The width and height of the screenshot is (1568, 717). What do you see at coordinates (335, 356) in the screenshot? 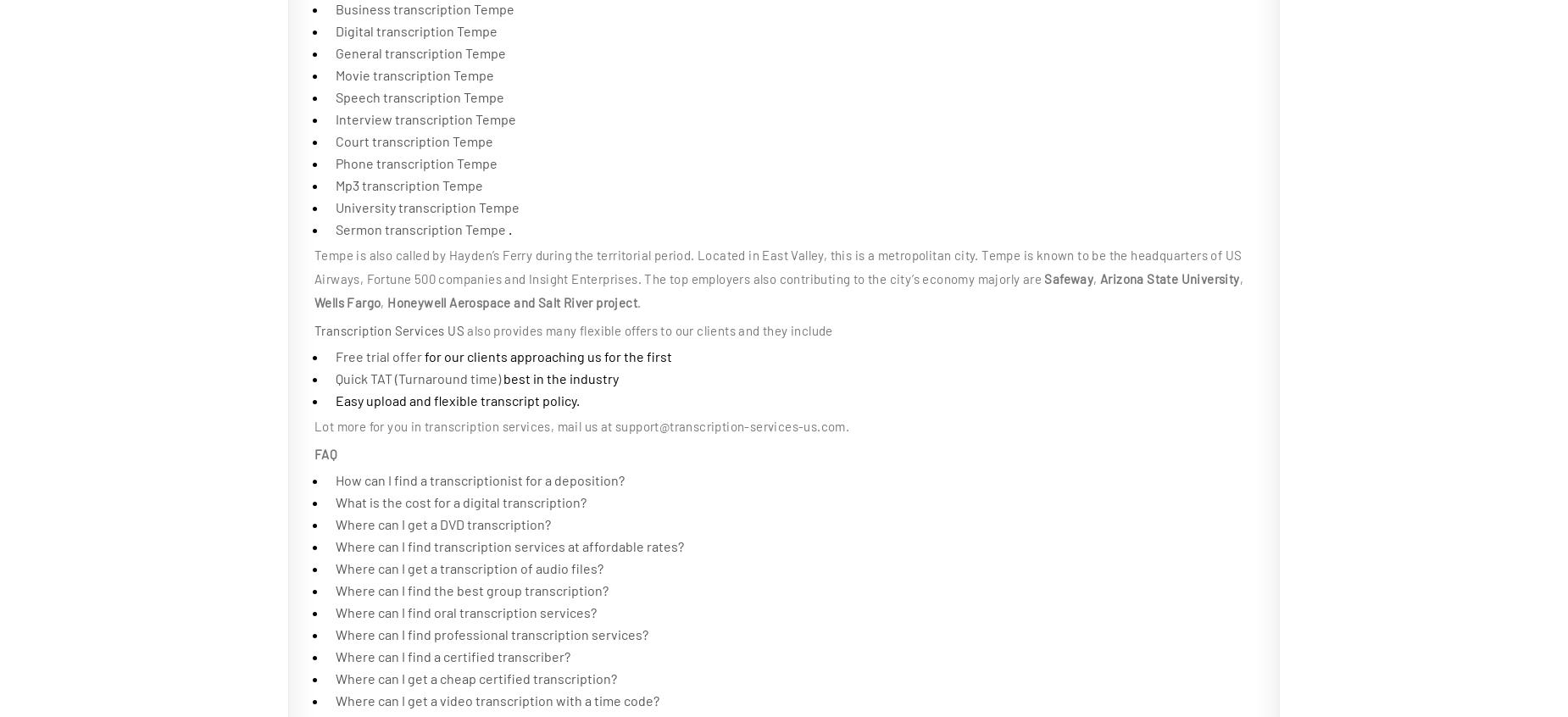
I see `'Free trial offer'` at bounding box center [335, 356].